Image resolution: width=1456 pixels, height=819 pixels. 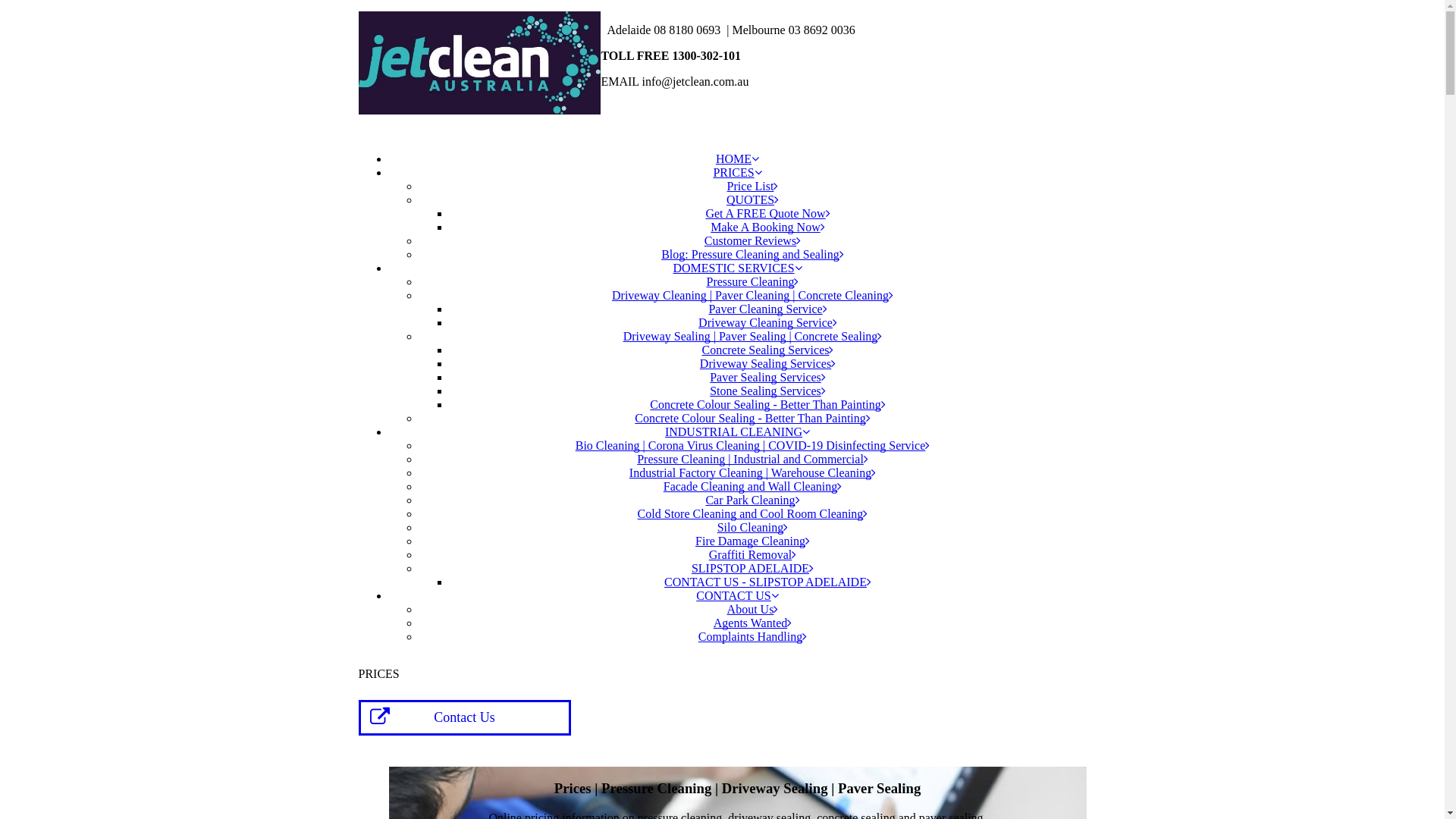 What do you see at coordinates (752, 295) in the screenshot?
I see `'Driveway Cleaning | Paver Cleaning | Concrete Cleaning'` at bounding box center [752, 295].